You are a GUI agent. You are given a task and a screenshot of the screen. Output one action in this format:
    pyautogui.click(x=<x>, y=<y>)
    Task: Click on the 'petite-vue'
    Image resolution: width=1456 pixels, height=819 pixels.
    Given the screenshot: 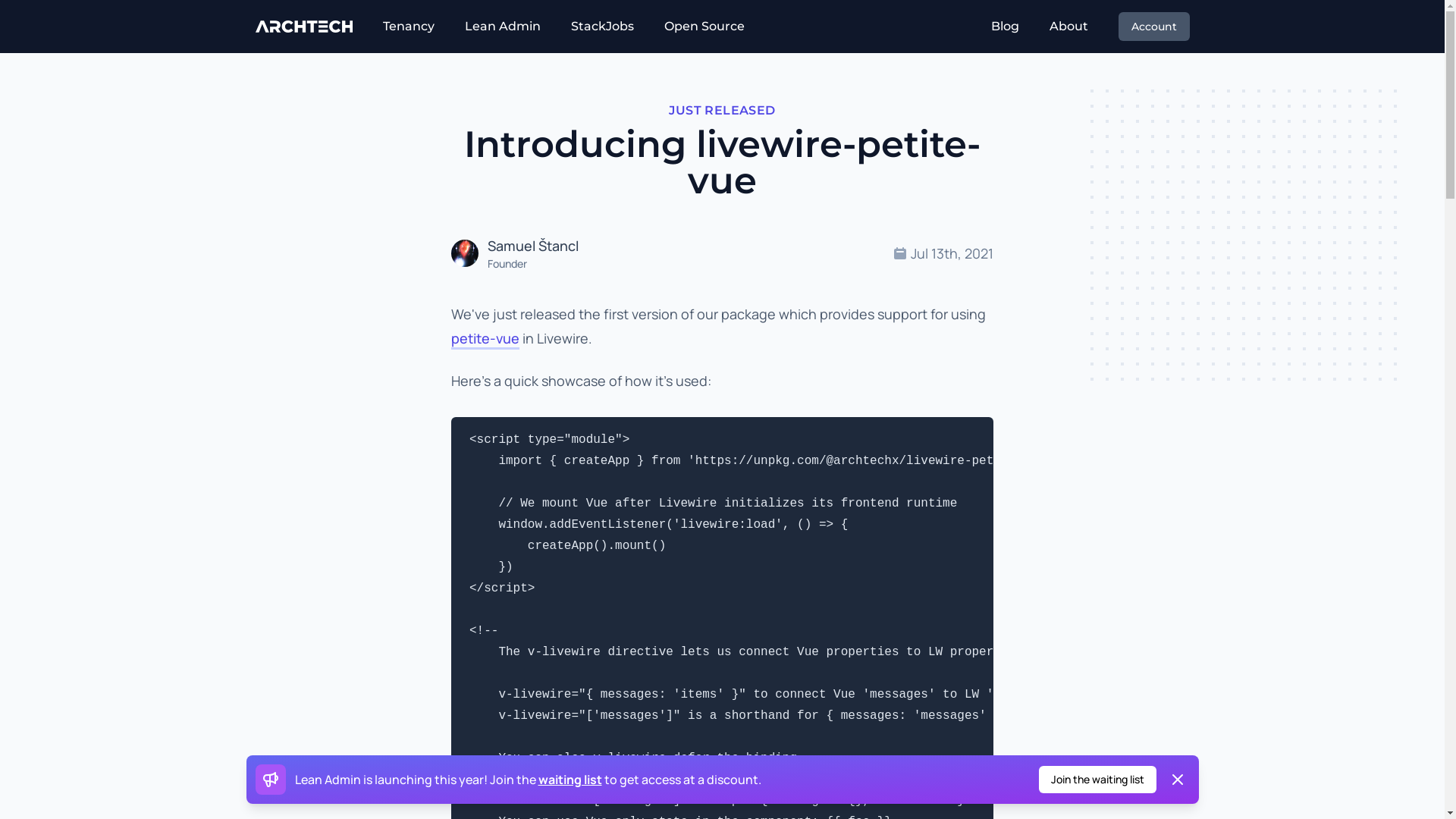 What is the action you would take?
    pyautogui.click(x=484, y=338)
    